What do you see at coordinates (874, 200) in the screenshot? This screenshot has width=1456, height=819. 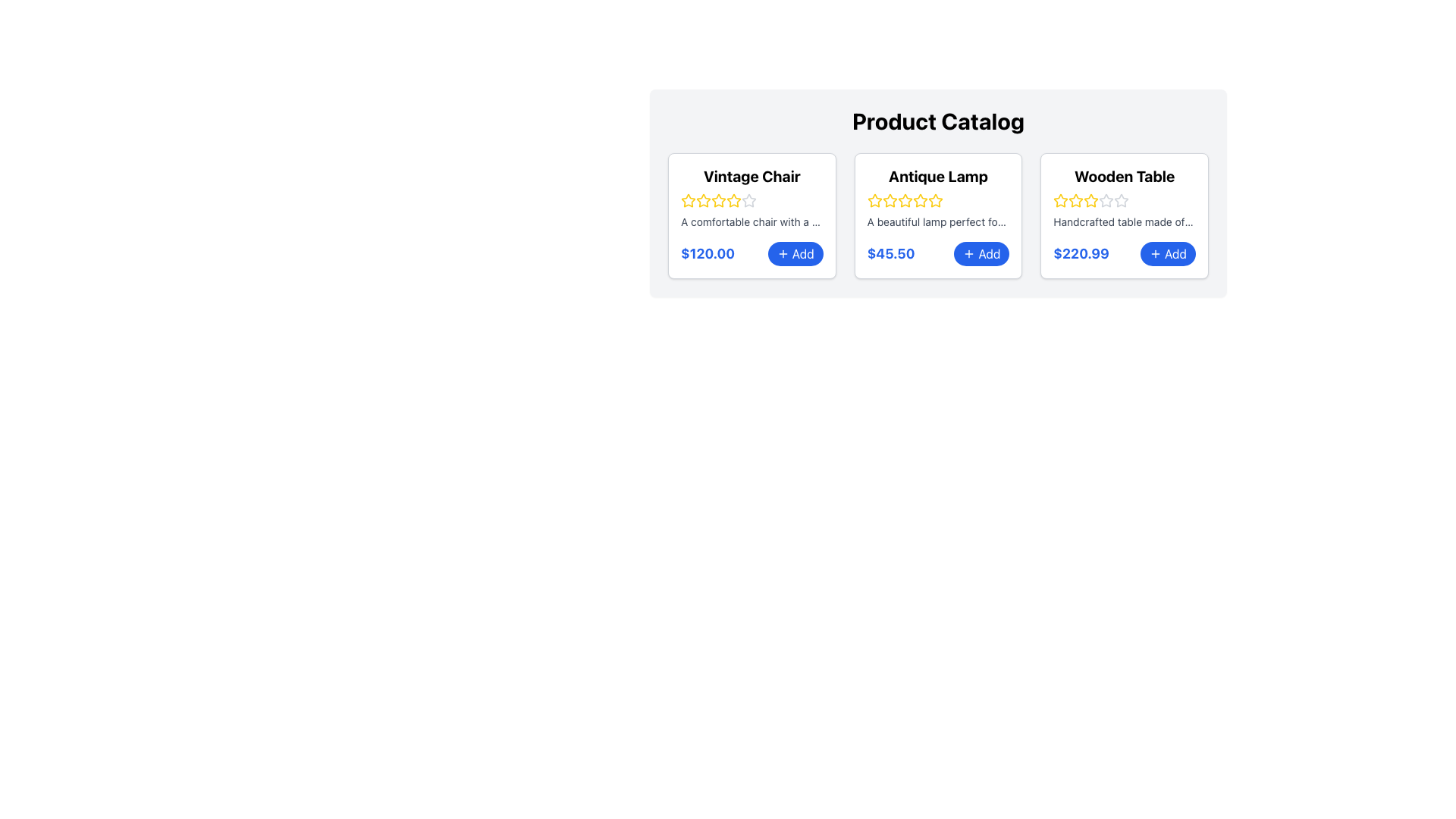 I see `the first star icon in the rating component of the 'Antique Lamp' product card, which is highlighted in bright yellow` at bounding box center [874, 200].